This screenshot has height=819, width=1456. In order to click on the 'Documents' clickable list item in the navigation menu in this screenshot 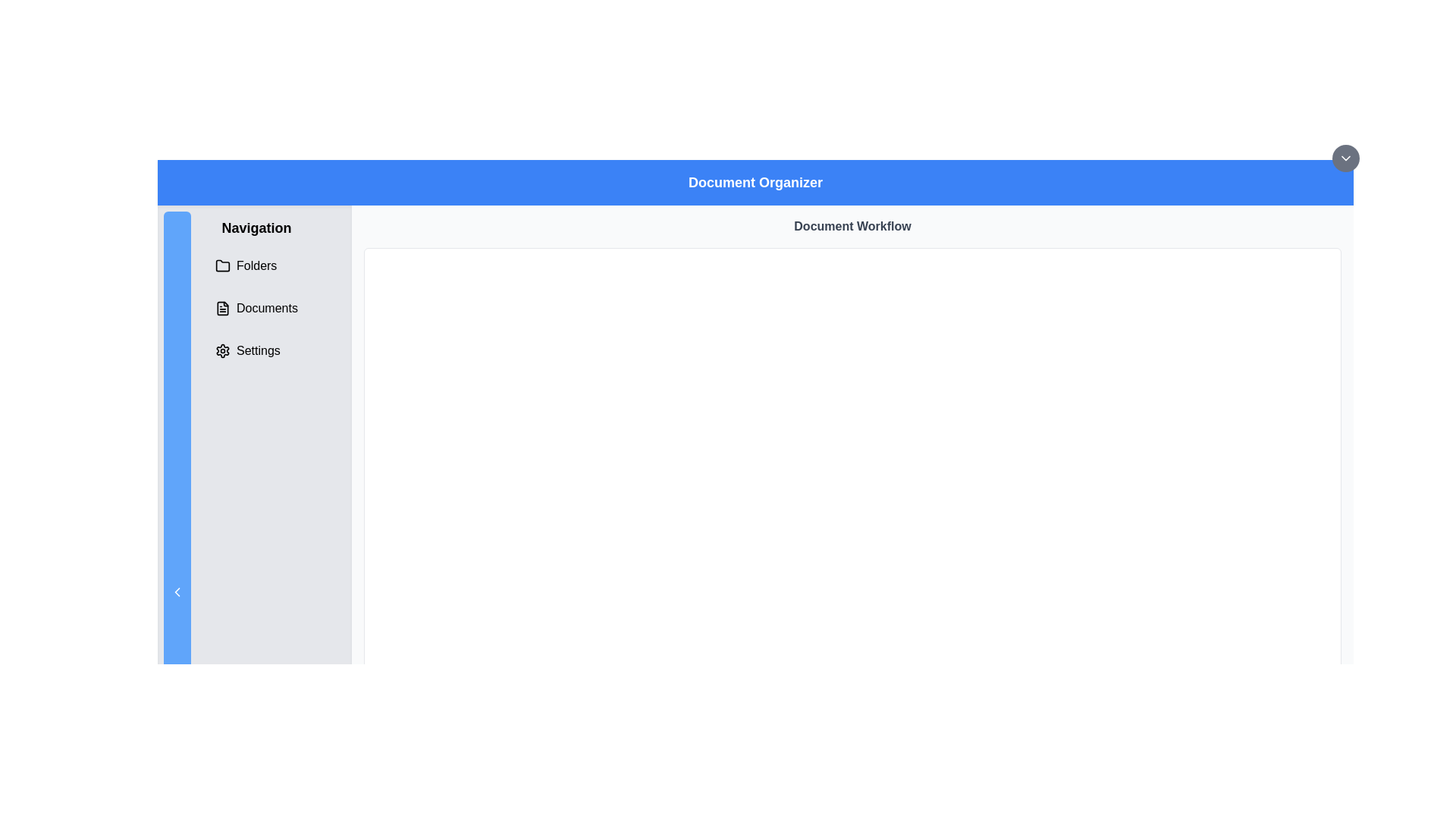, I will do `click(256, 308)`.